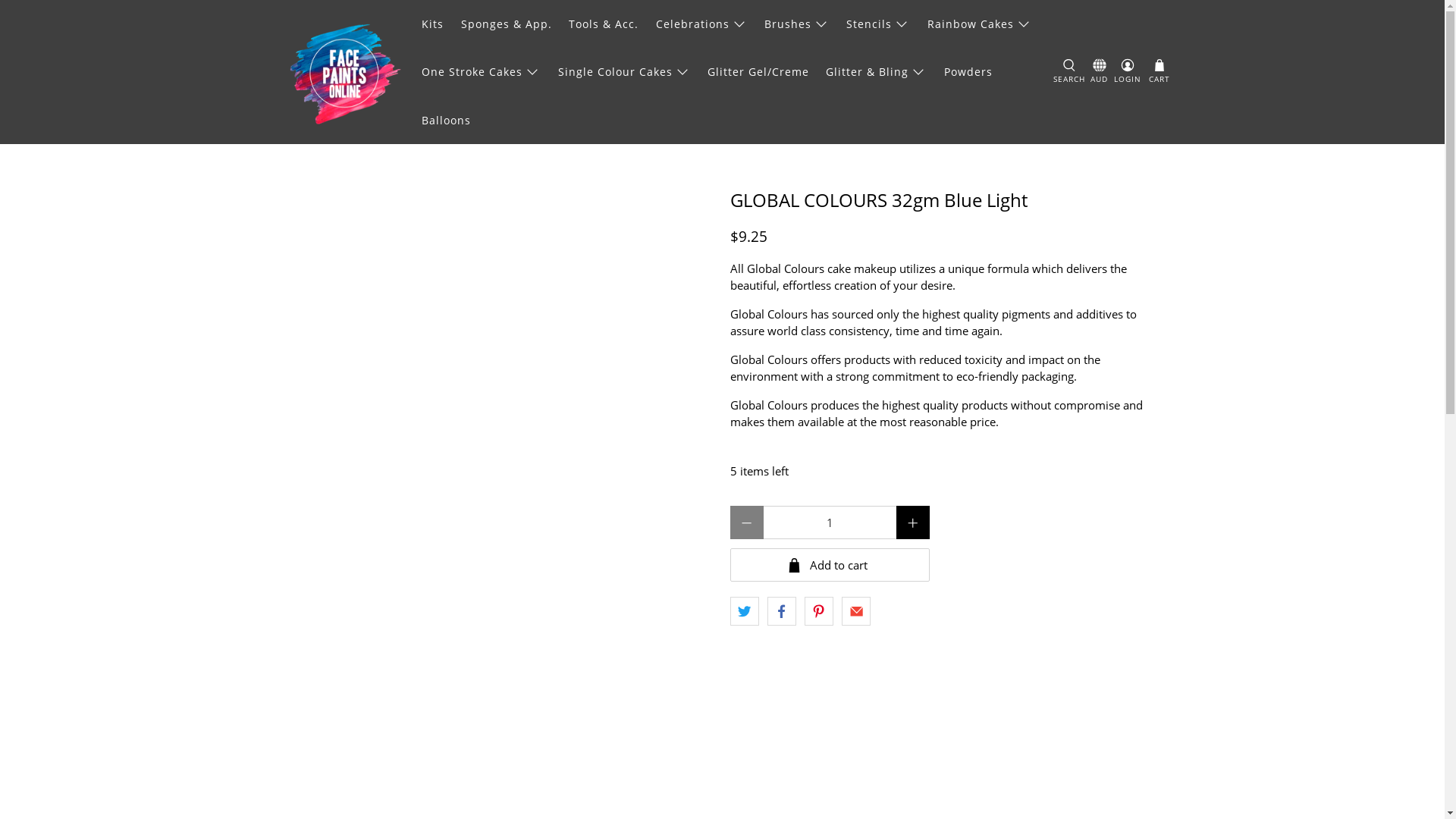  What do you see at coordinates (818, 610) in the screenshot?
I see `'Share this on Pinterest'` at bounding box center [818, 610].